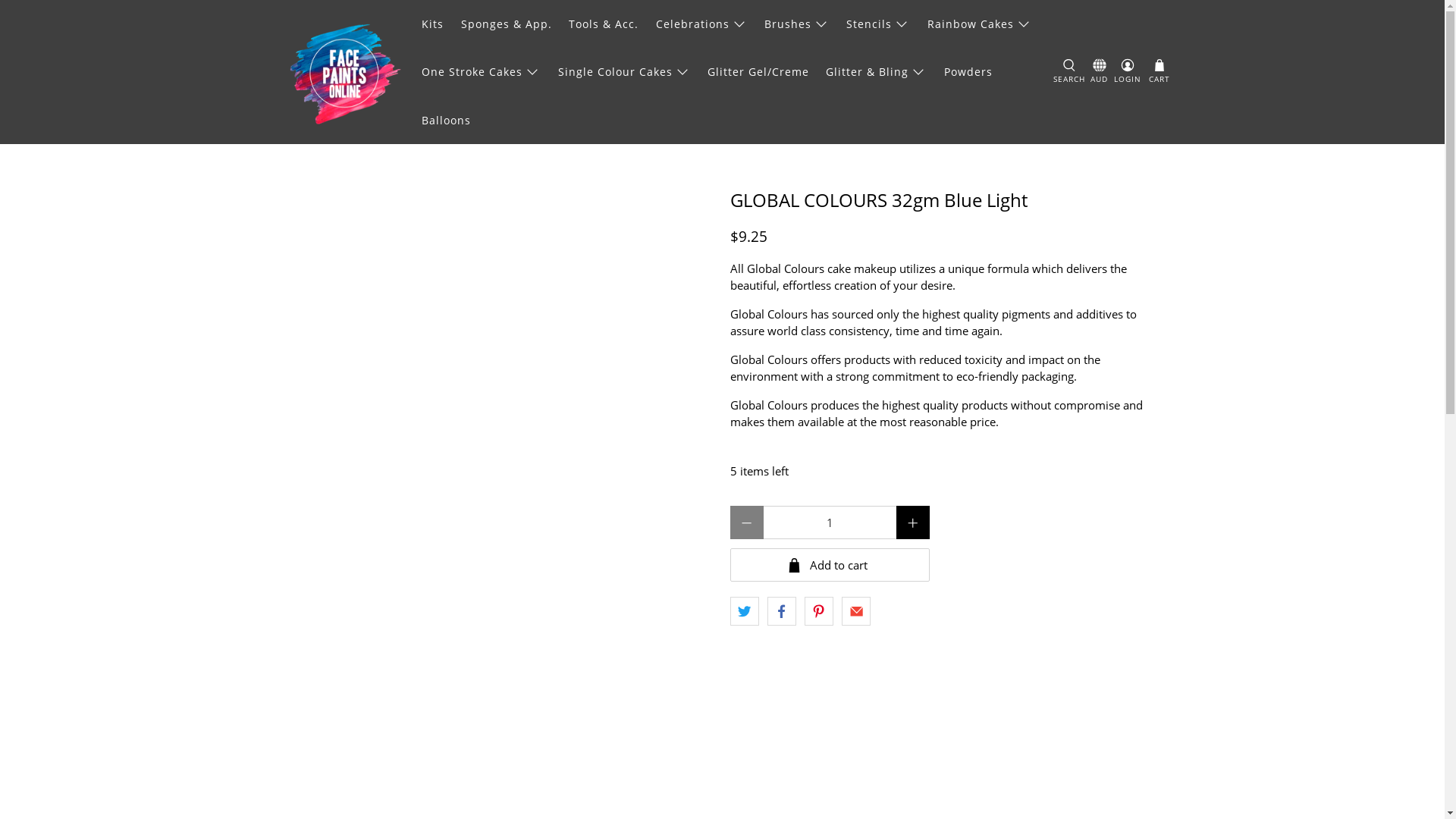  What do you see at coordinates (818, 610) in the screenshot?
I see `'Share this on Pinterest'` at bounding box center [818, 610].